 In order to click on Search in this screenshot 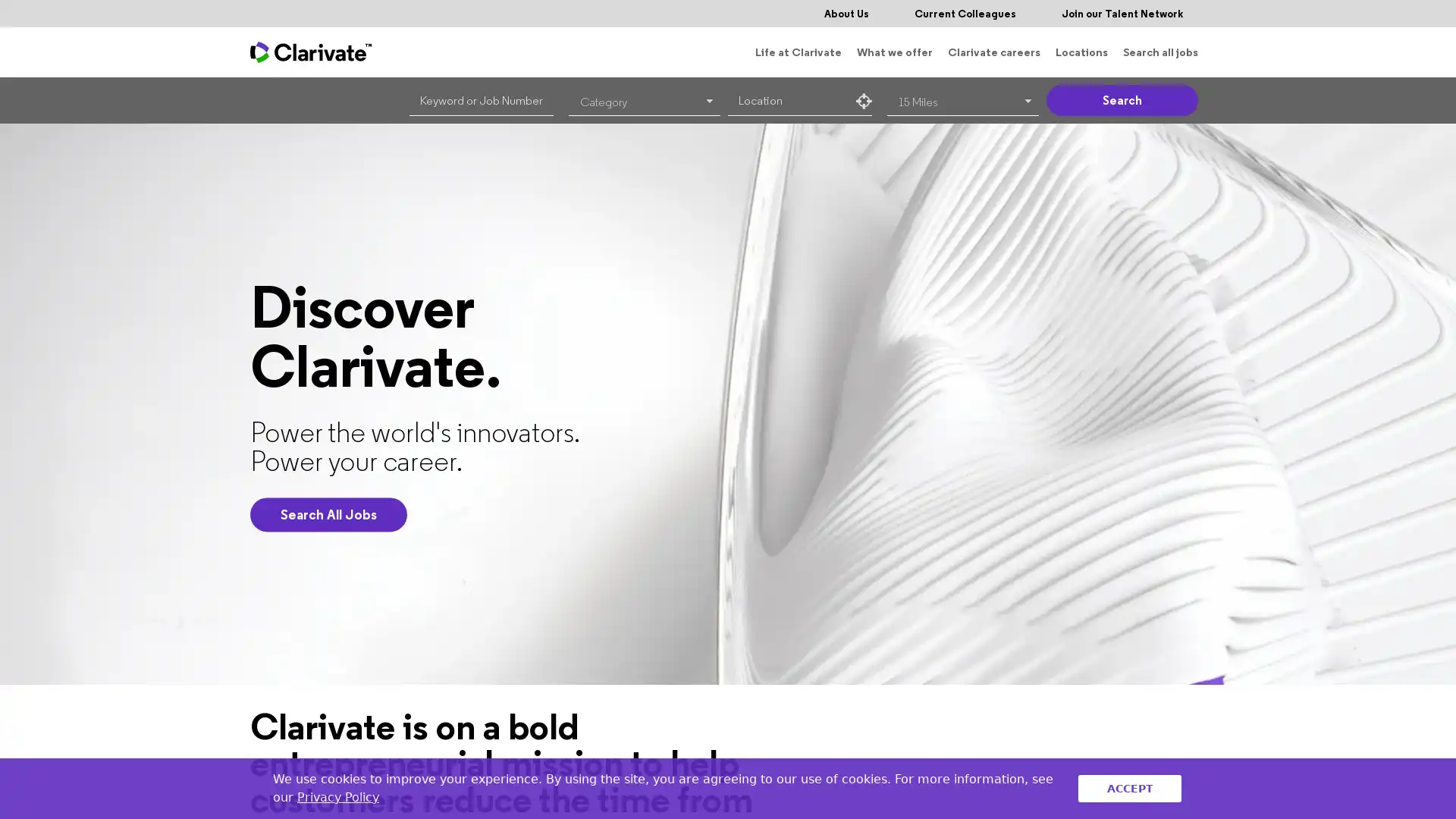, I will do `click(1122, 100)`.